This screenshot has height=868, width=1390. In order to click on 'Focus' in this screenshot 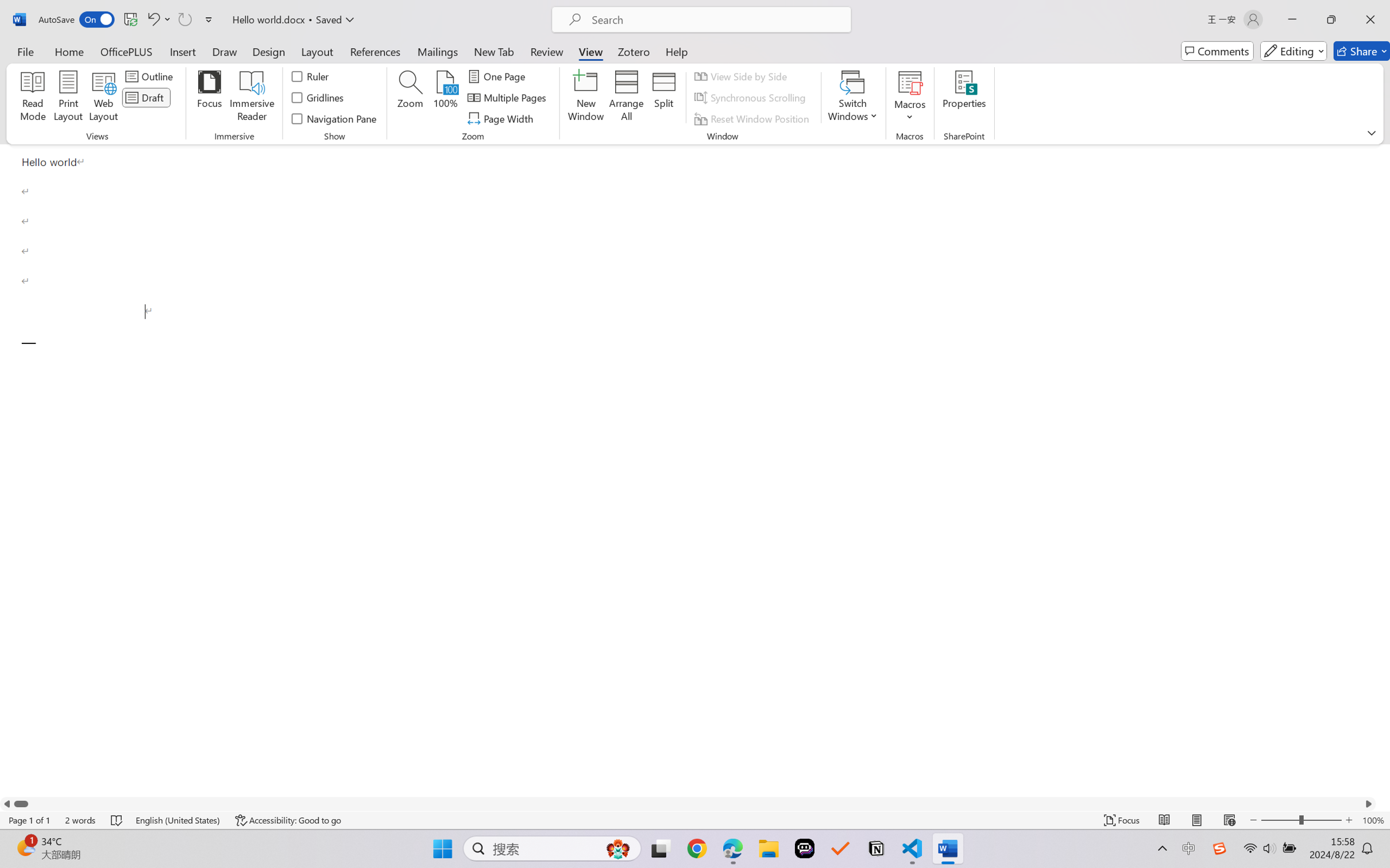, I will do `click(209, 98)`.